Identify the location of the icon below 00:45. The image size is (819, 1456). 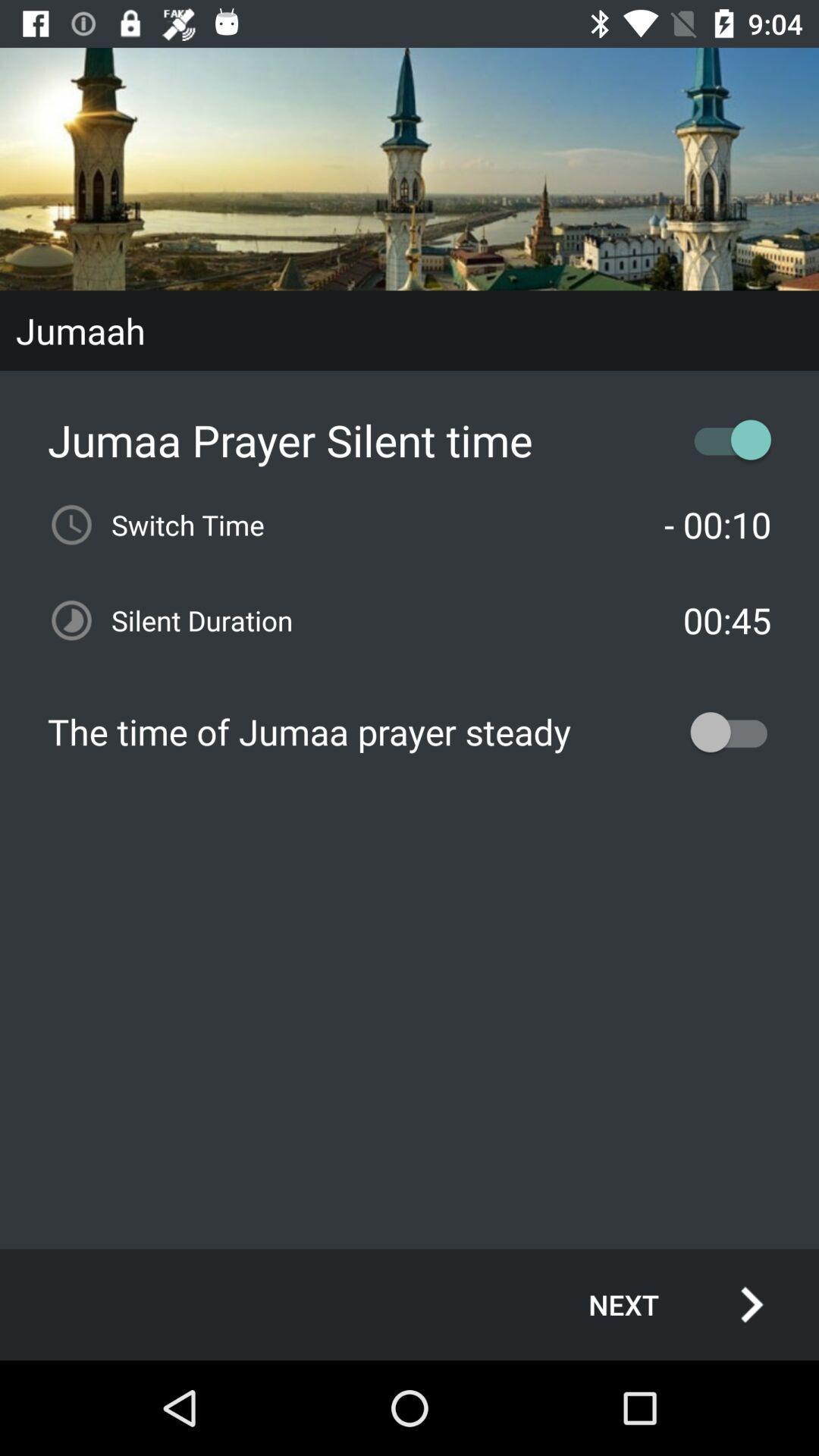
(409, 732).